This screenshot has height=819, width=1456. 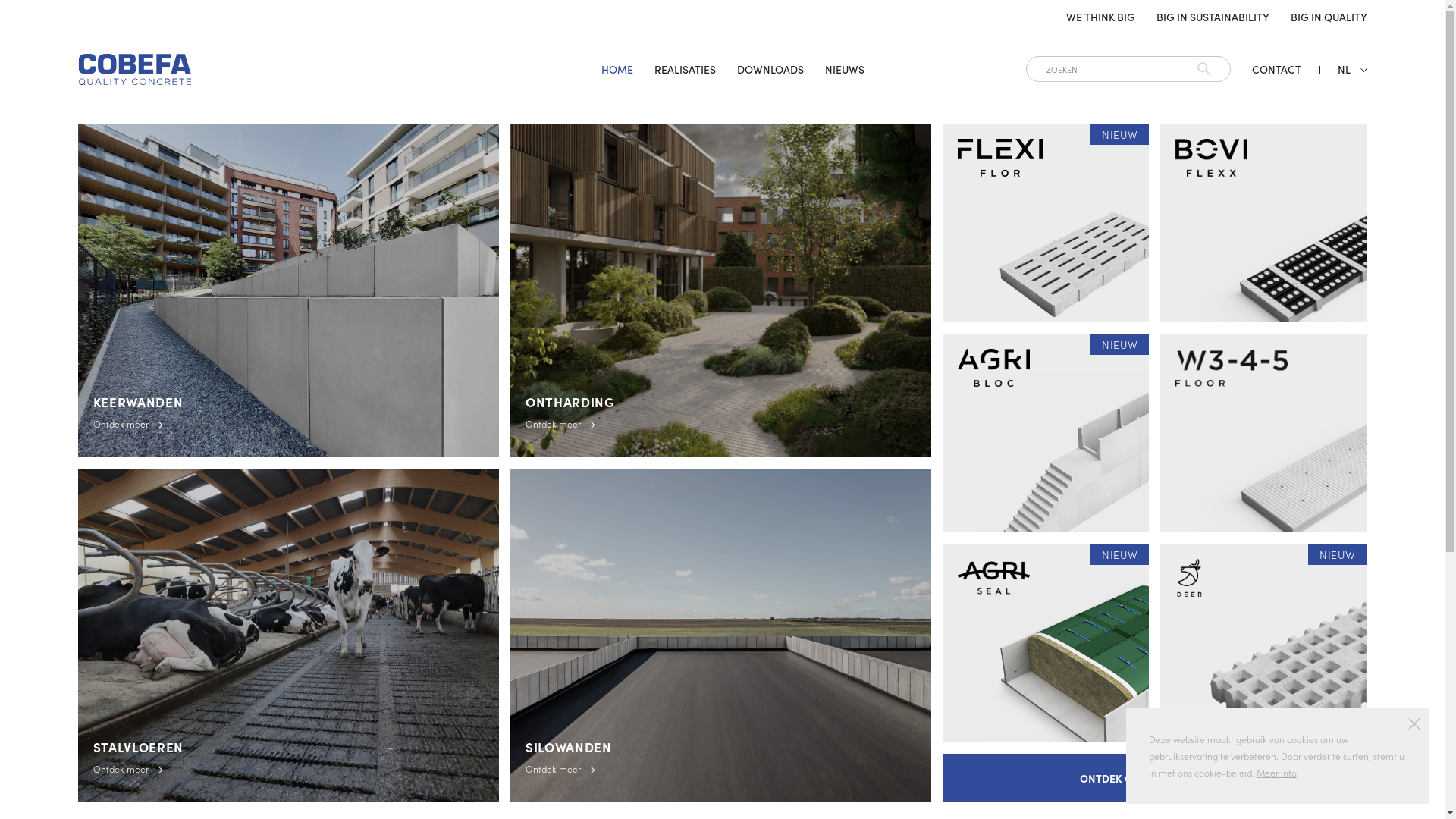 I want to click on 'HOME', so click(x=617, y=69).